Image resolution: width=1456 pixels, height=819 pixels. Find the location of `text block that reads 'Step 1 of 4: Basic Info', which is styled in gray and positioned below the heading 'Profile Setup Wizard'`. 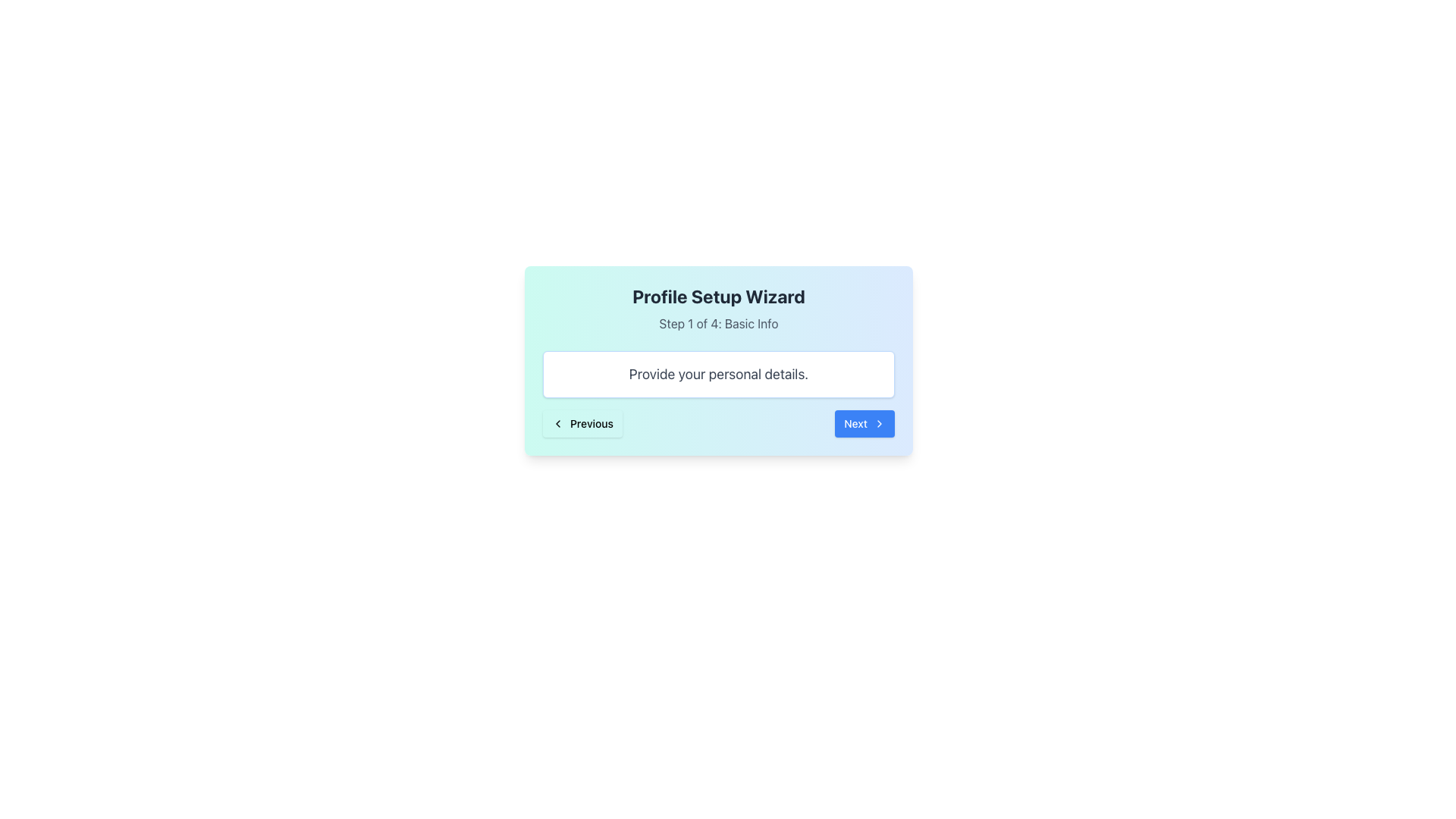

text block that reads 'Step 1 of 4: Basic Info', which is styled in gray and positioned below the heading 'Profile Setup Wizard' is located at coordinates (718, 323).